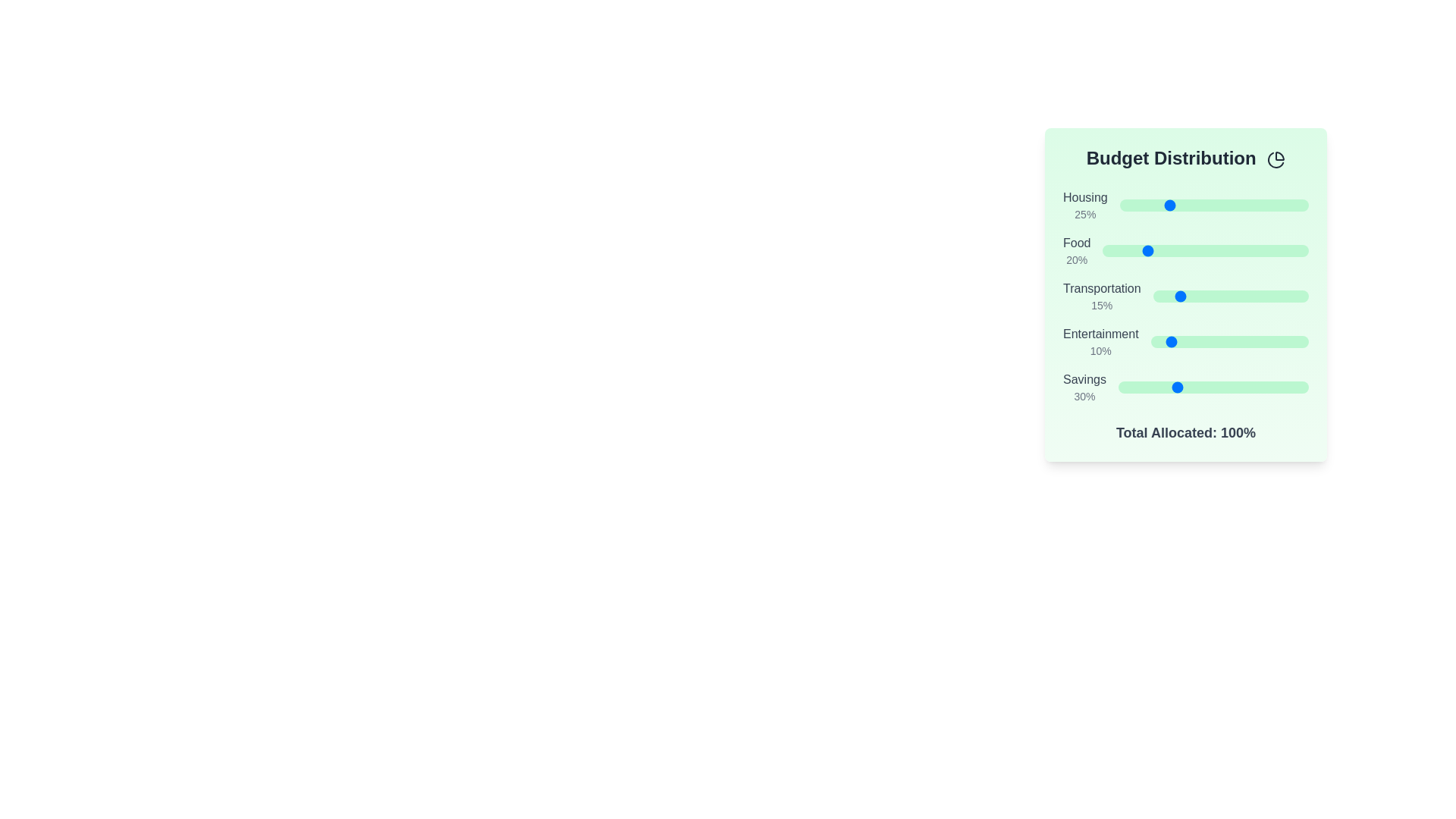  What do you see at coordinates (1084, 197) in the screenshot?
I see `the category name Housing to highlight it` at bounding box center [1084, 197].